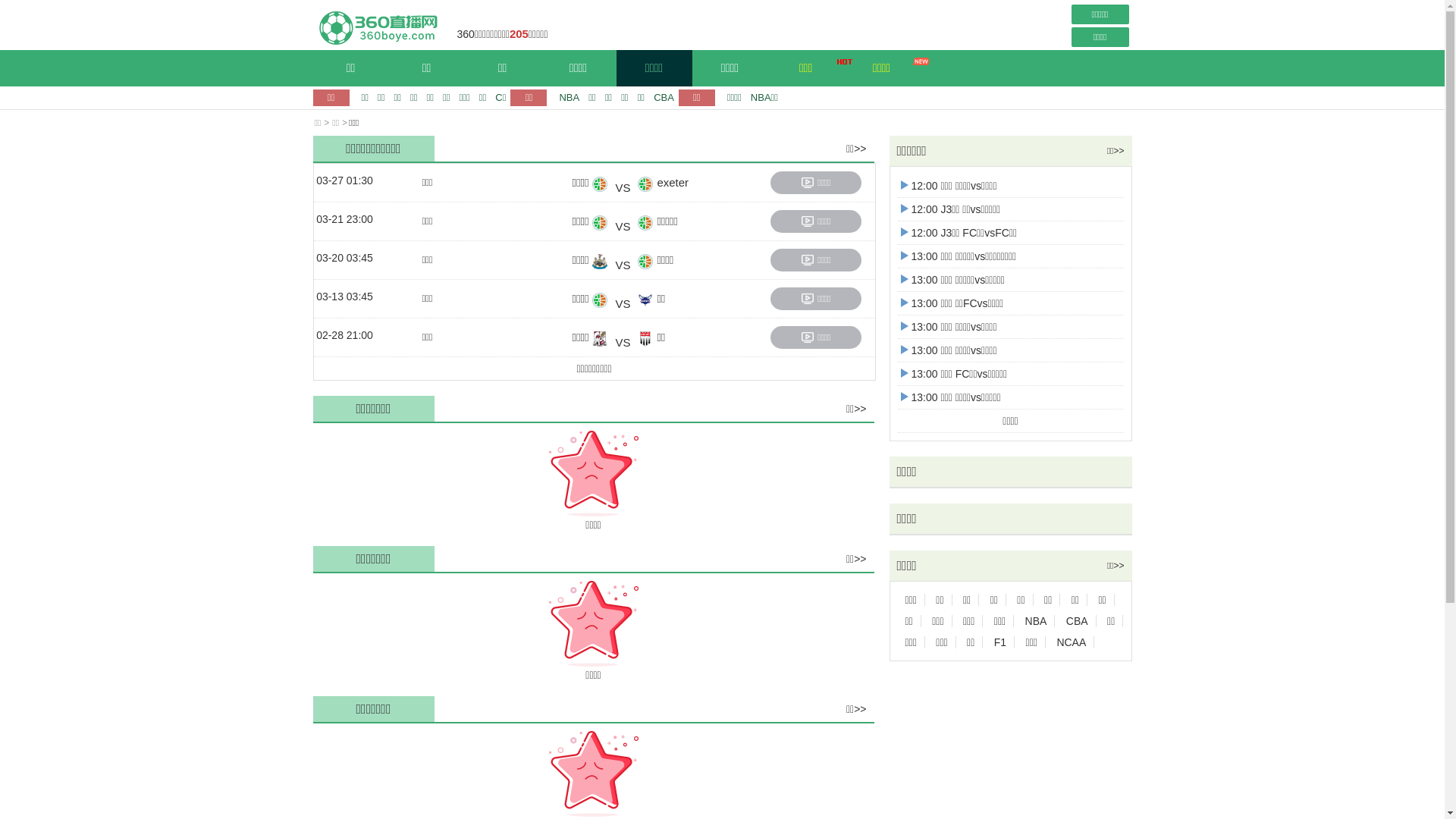 The width and height of the screenshot is (1456, 819). What do you see at coordinates (1036, 620) in the screenshot?
I see `'NBA'` at bounding box center [1036, 620].